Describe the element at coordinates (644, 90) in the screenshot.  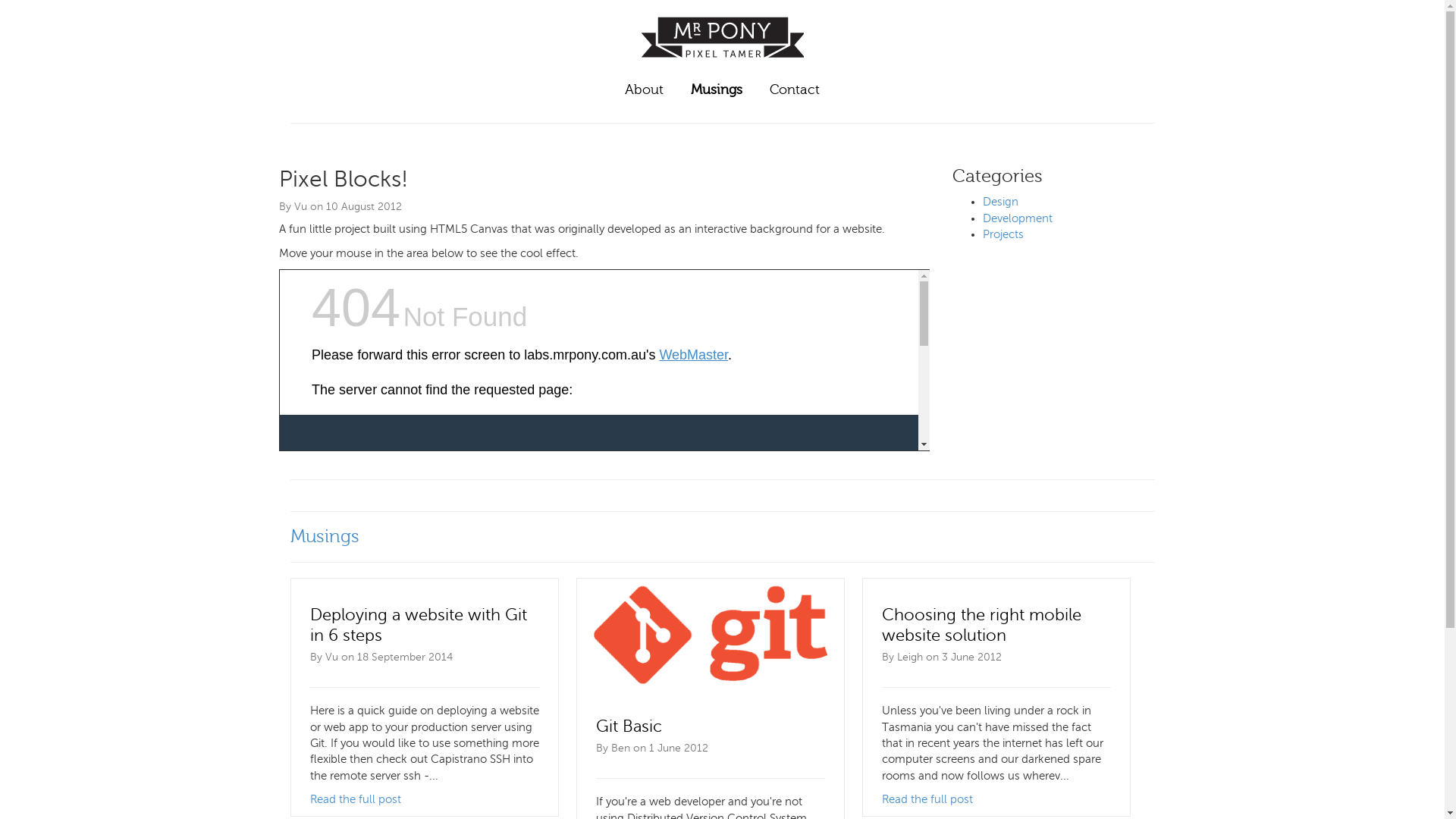
I see `'About'` at that location.